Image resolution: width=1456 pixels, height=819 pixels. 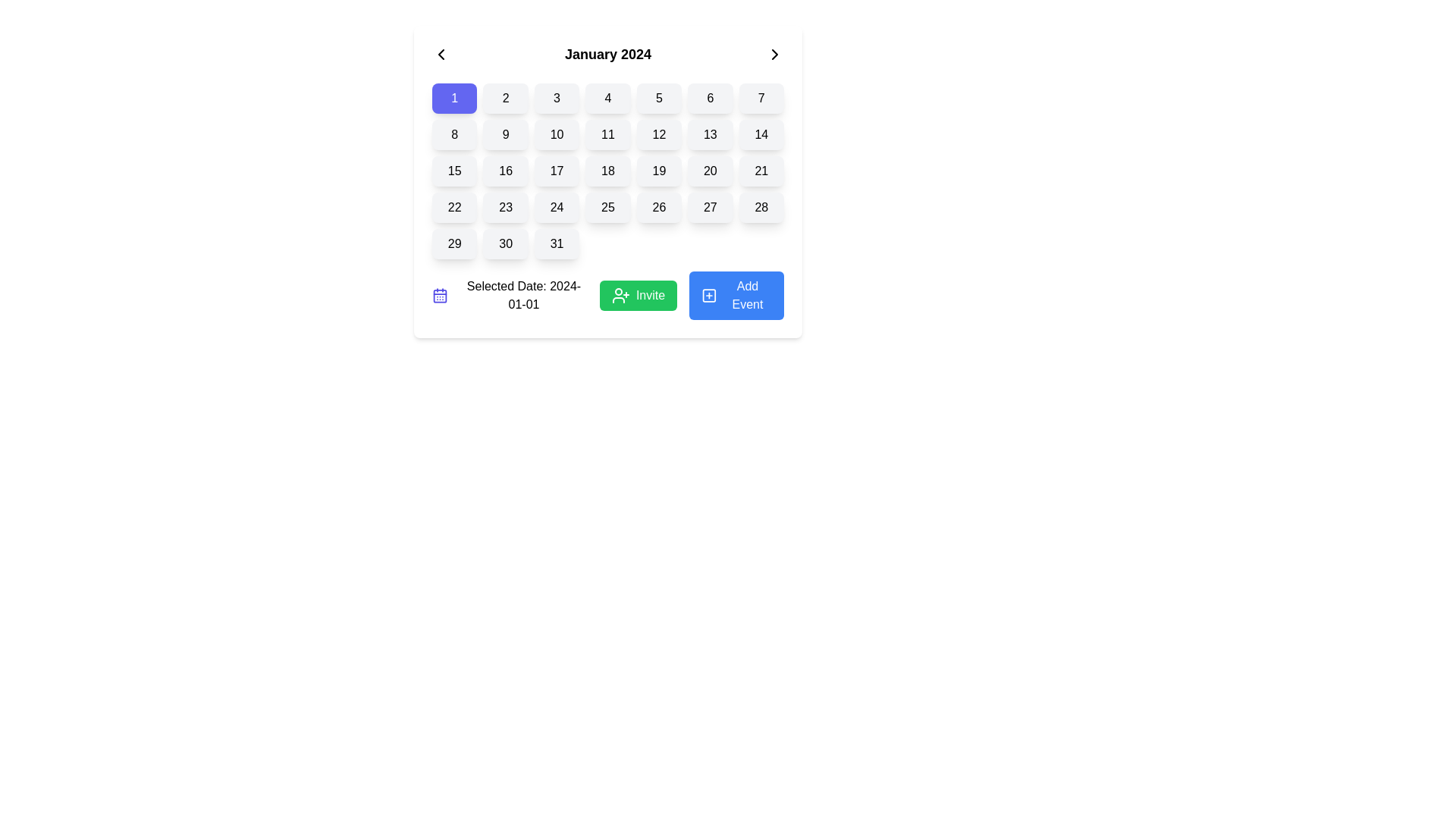 I want to click on the Interactive calendar day button displaying the number '8', which is a small square-shaped button with a light gray background and rounded corners, to change its background color, so click(x=453, y=133).